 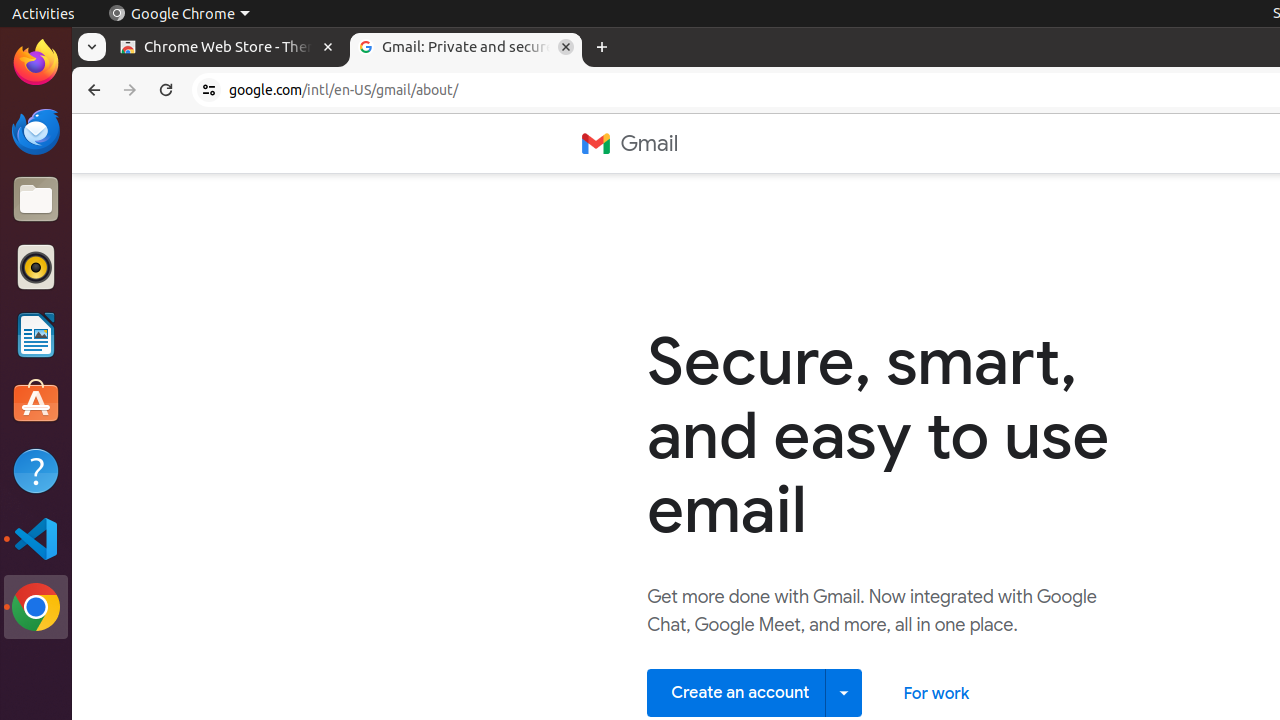 I want to click on 'Forward', so click(x=129, y=90).